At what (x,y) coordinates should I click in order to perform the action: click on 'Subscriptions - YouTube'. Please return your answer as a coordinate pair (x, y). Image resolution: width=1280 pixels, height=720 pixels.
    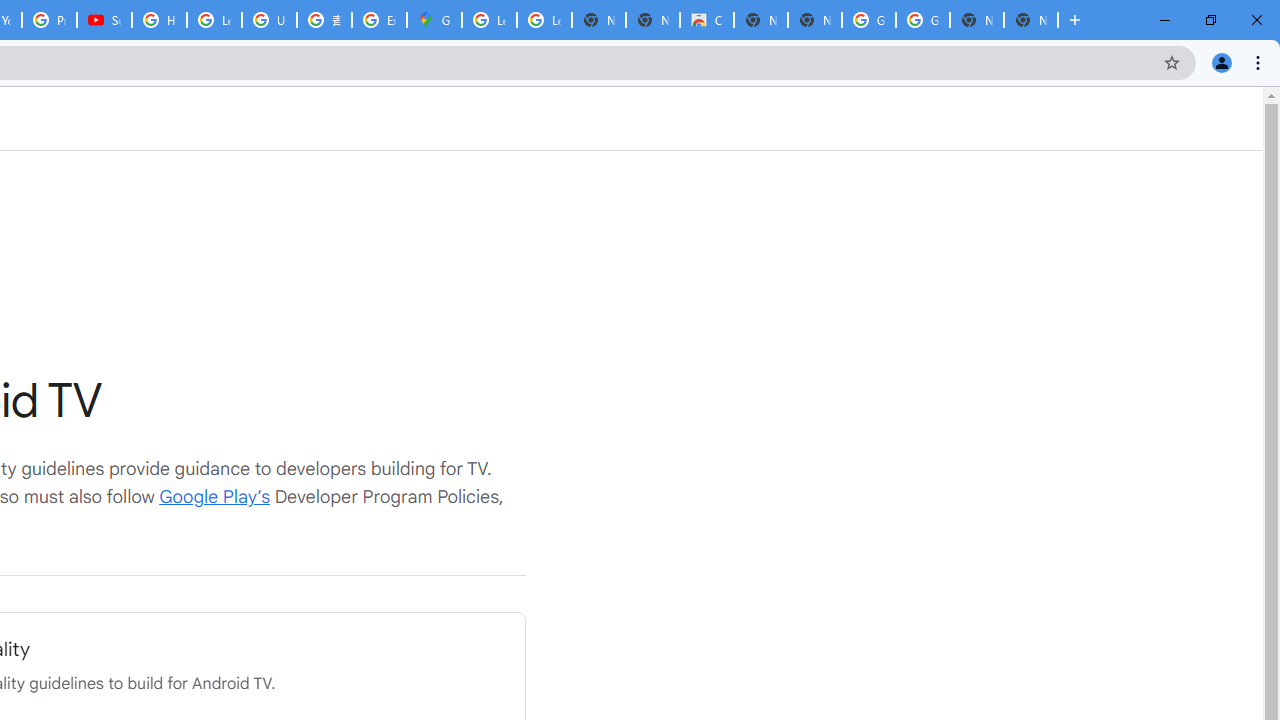
    Looking at the image, I should click on (103, 20).